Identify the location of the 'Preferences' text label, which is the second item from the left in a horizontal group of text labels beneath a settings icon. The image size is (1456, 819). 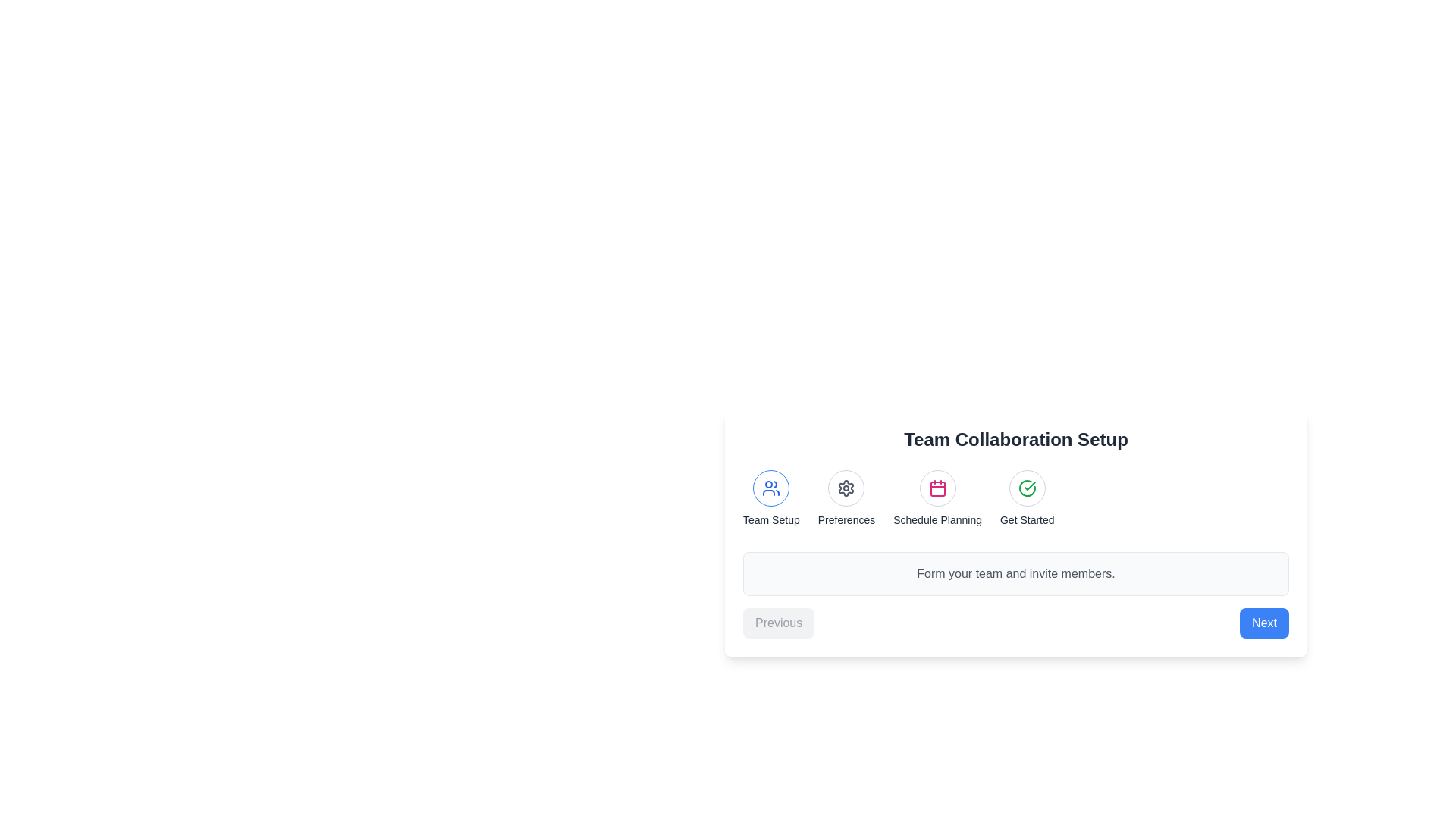
(846, 519).